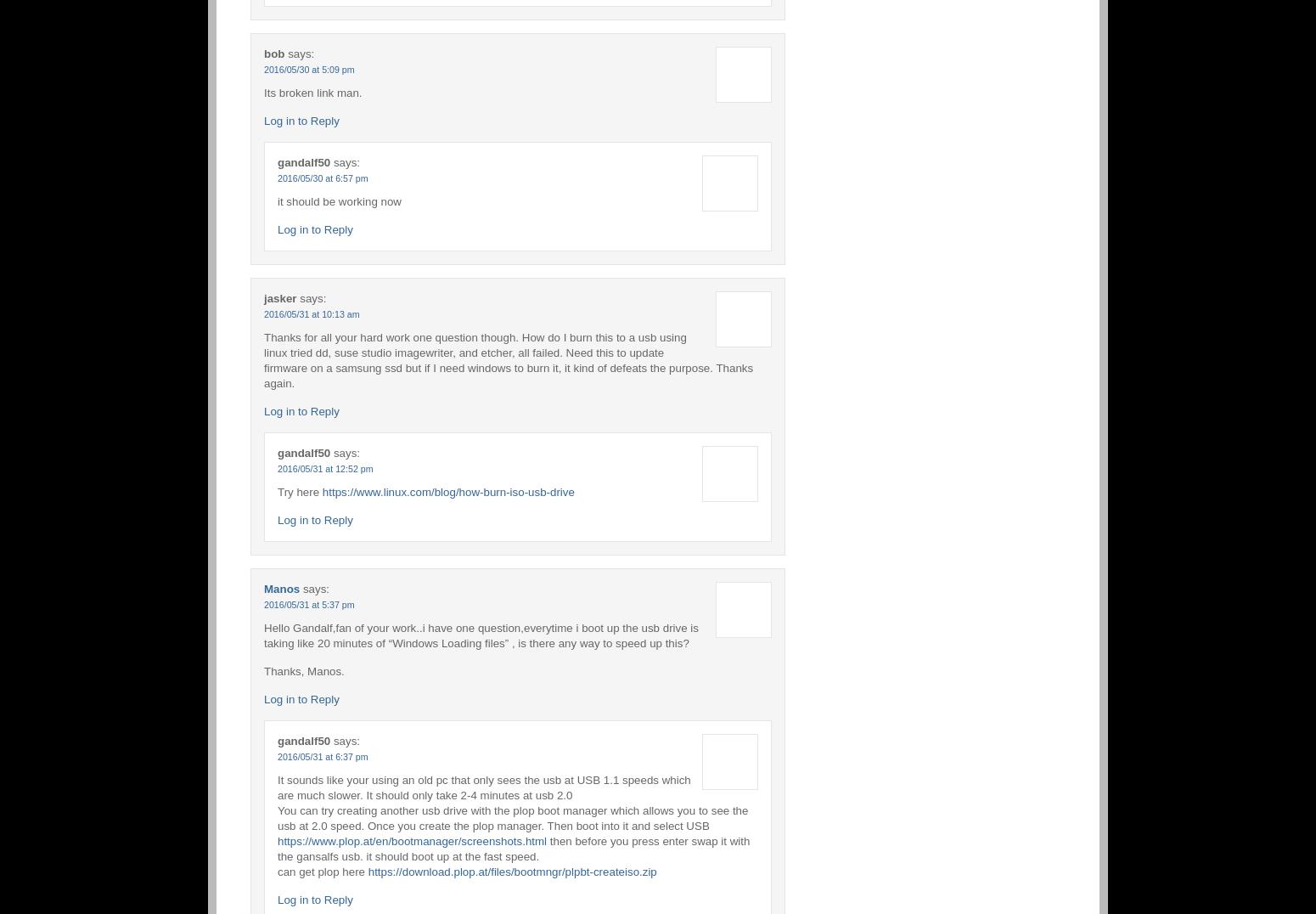  What do you see at coordinates (339, 200) in the screenshot?
I see `'it should be working now'` at bounding box center [339, 200].